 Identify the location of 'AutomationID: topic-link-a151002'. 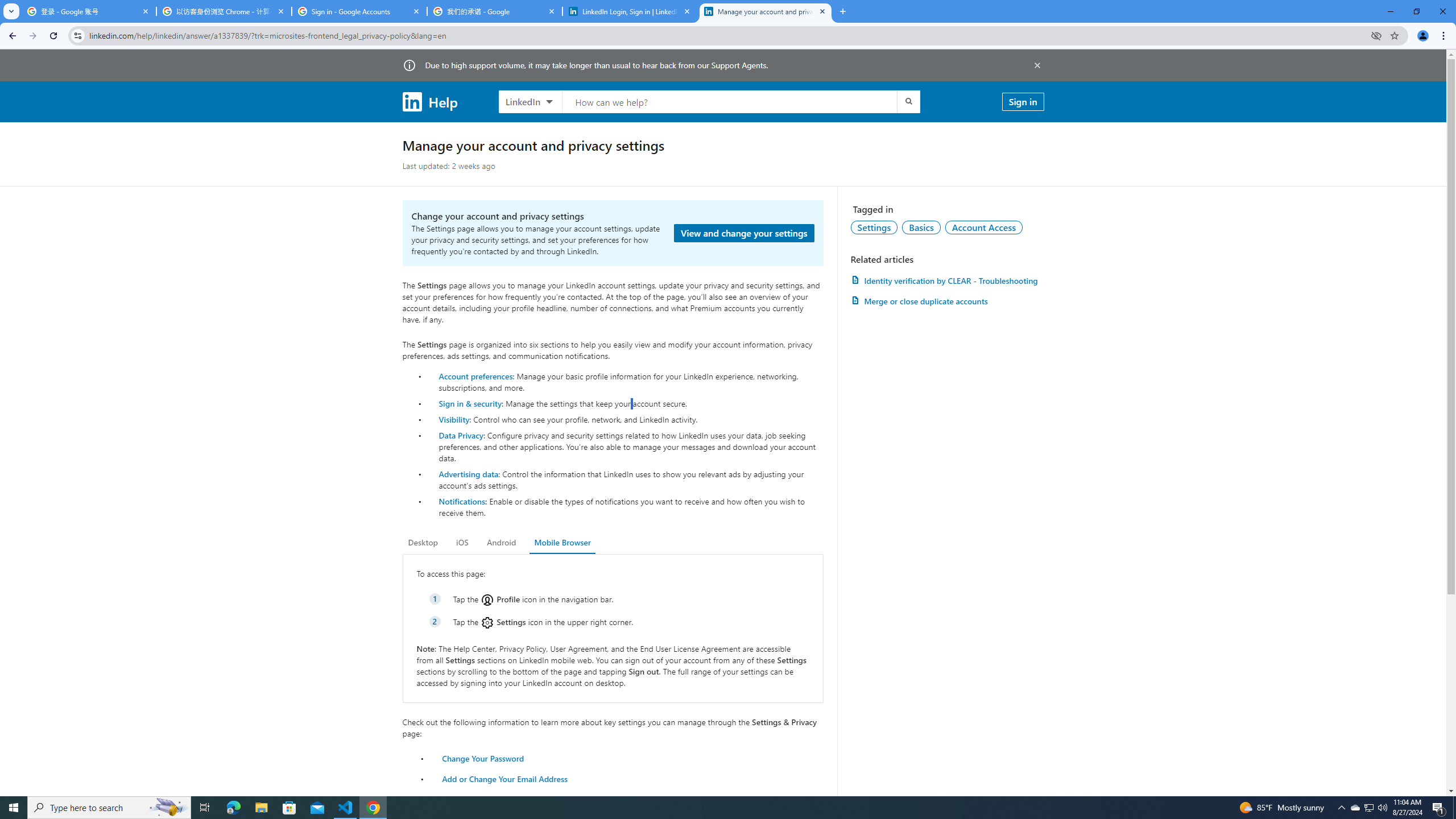
(983, 226).